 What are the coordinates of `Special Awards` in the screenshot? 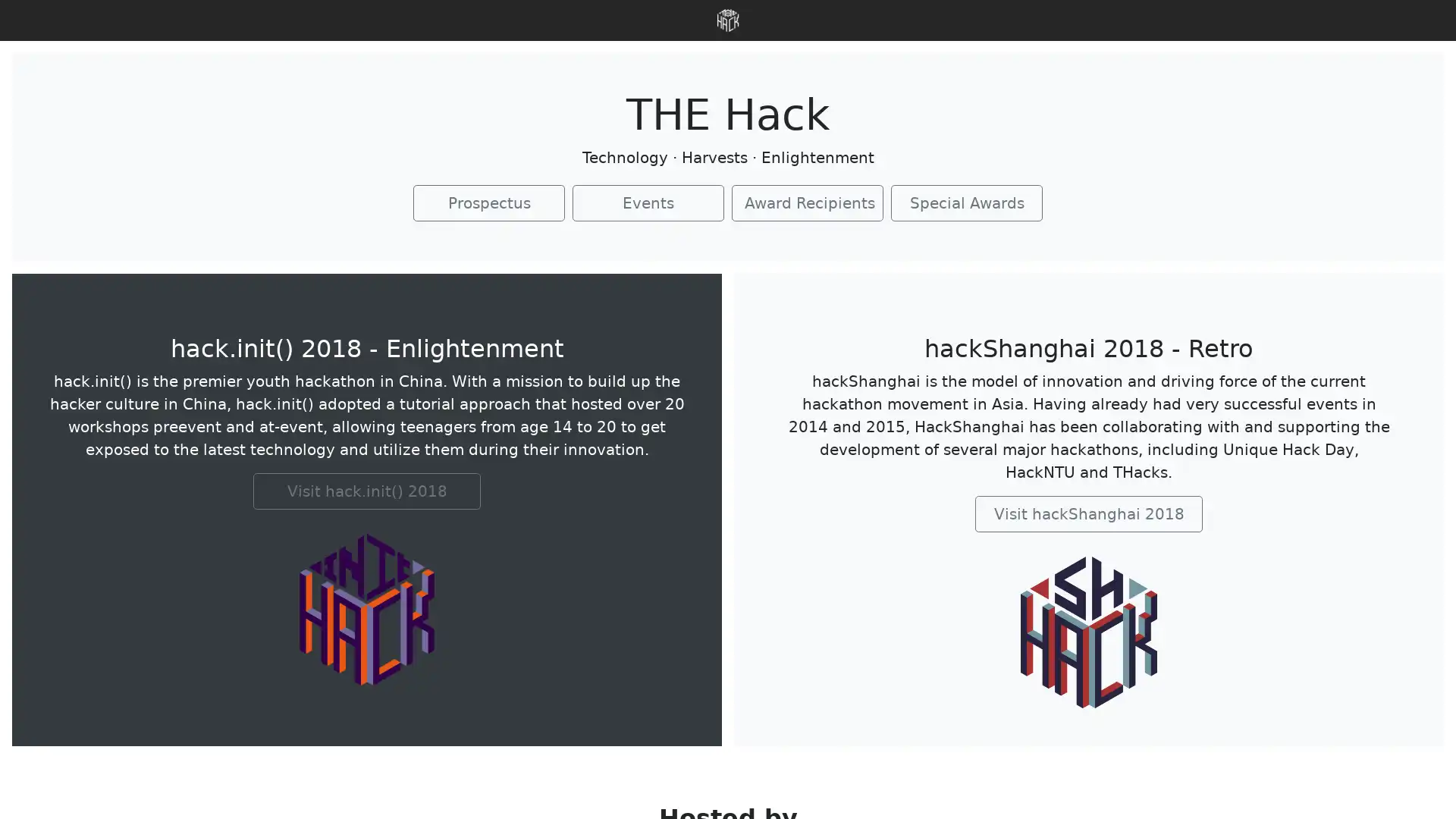 It's located at (966, 202).